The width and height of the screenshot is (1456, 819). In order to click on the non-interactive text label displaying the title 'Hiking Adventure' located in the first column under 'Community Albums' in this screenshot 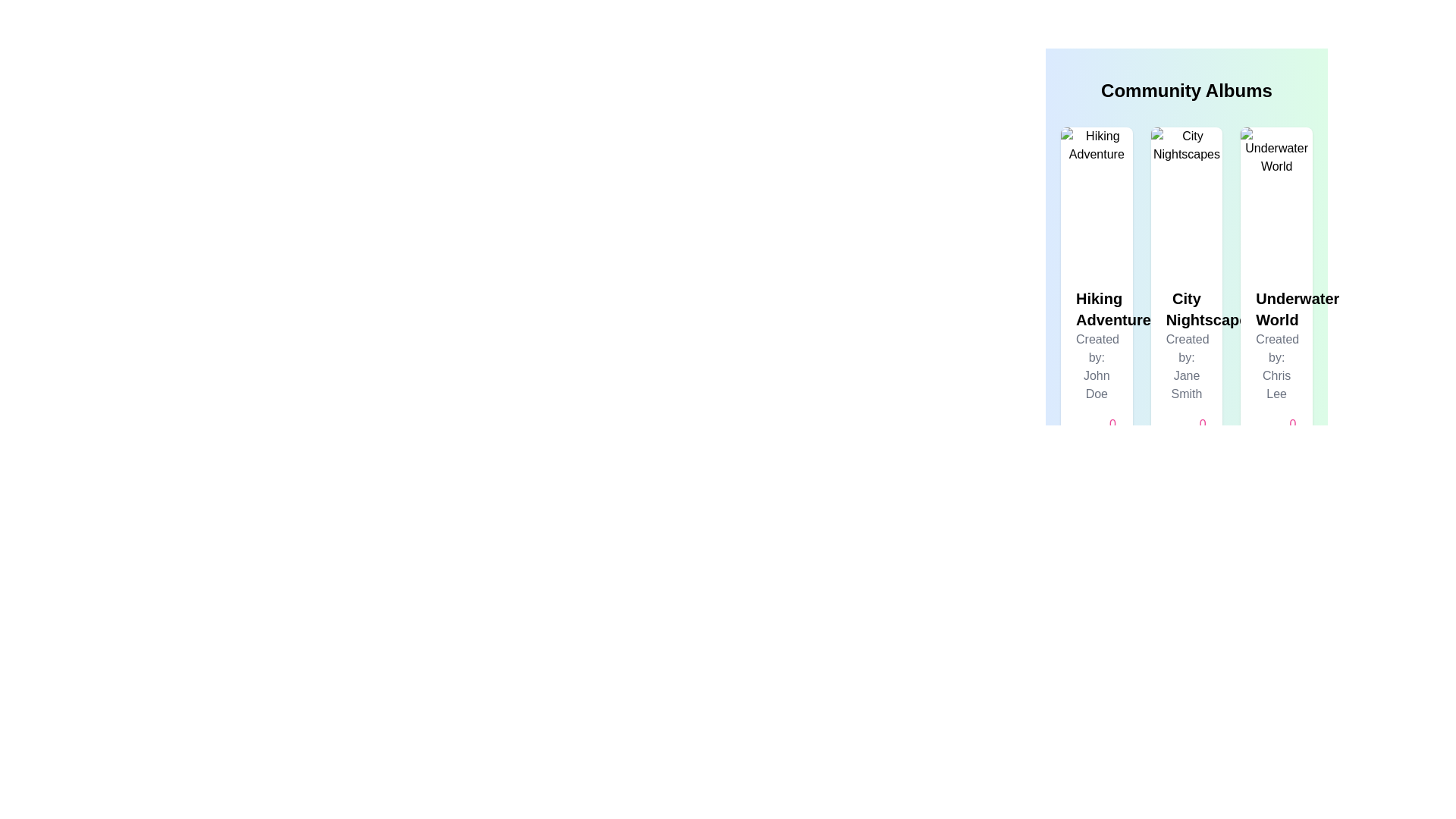, I will do `click(1097, 309)`.